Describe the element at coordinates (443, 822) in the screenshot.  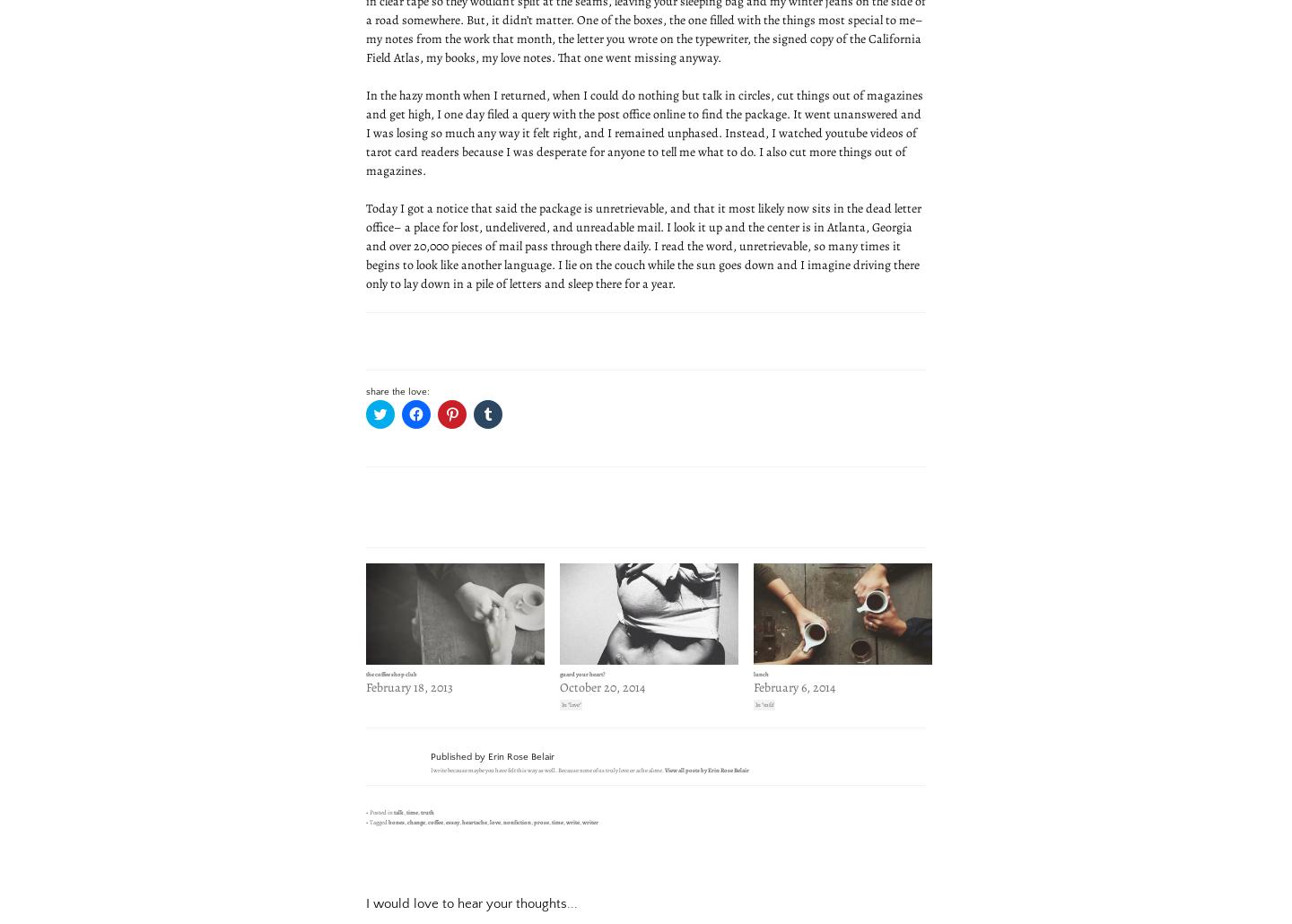
I see `'essay'` at that location.